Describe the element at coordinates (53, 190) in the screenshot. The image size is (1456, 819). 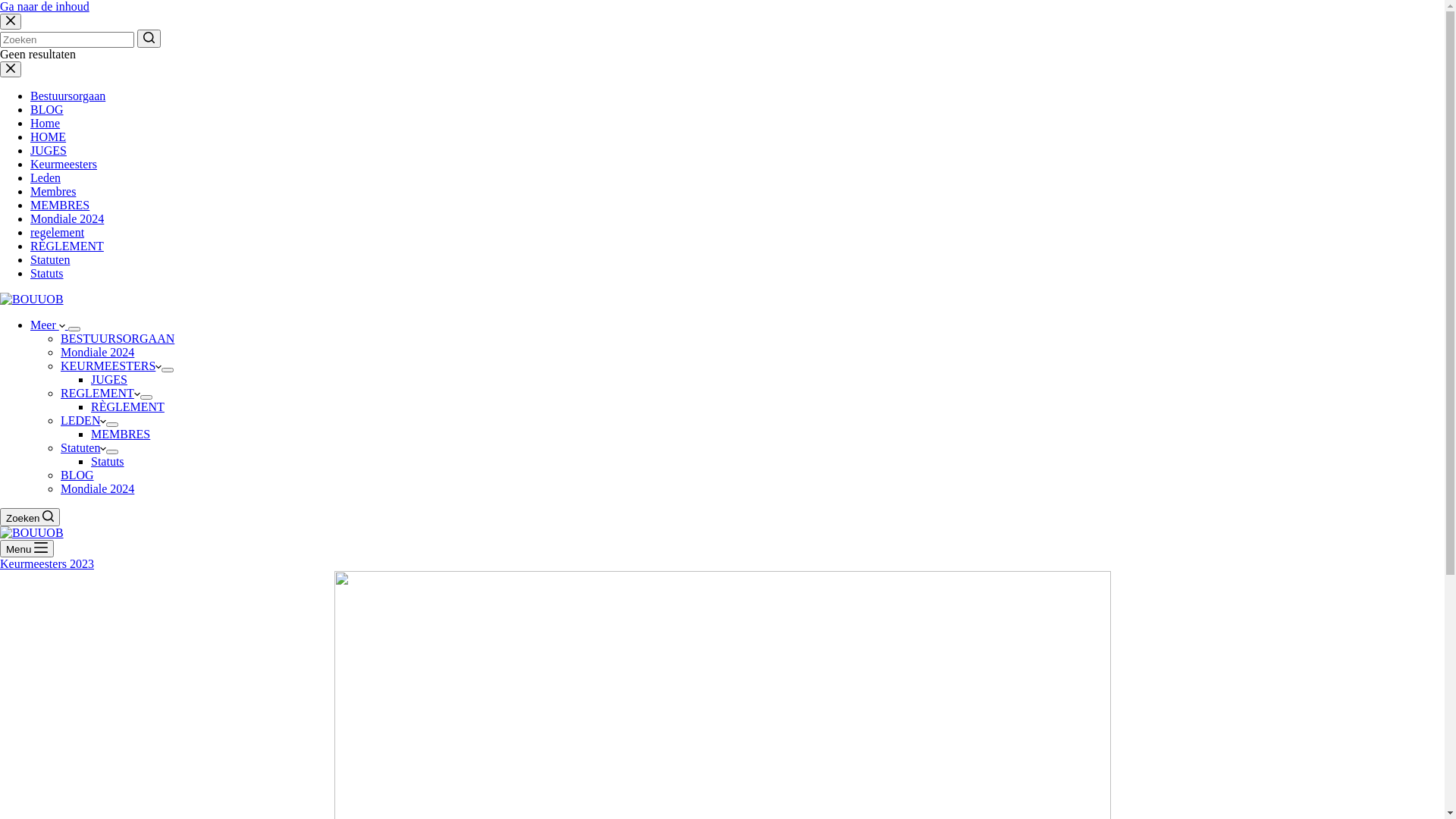
I see `'Membres'` at that location.